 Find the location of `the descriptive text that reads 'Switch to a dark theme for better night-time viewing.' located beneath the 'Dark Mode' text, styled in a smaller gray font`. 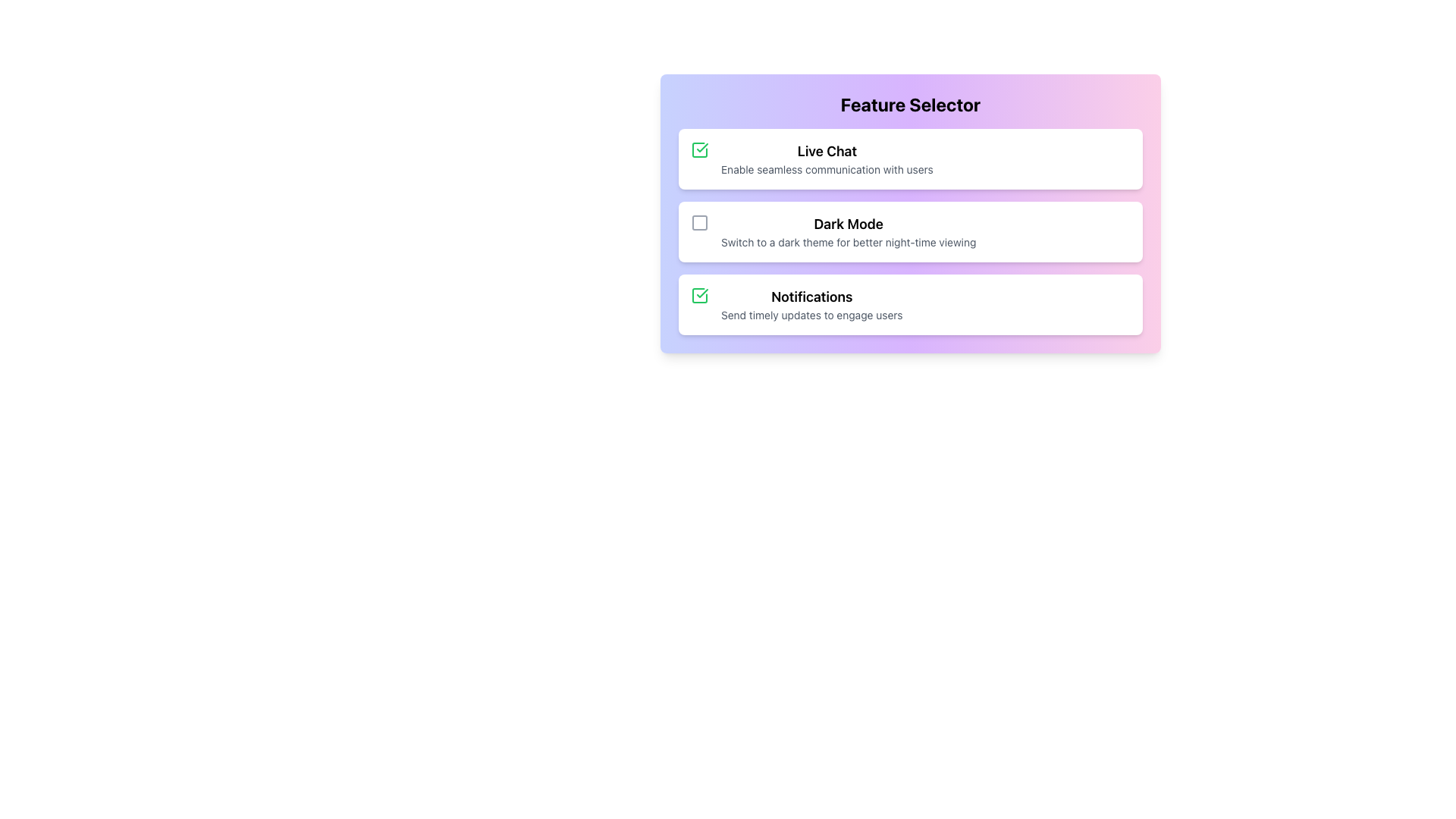

the descriptive text that reads 'Switch to a dark theme for better night-time viewing.' located beneath the 'Dark Mode' text, styled in a smaller gray font is located at coordinates (848, 242).